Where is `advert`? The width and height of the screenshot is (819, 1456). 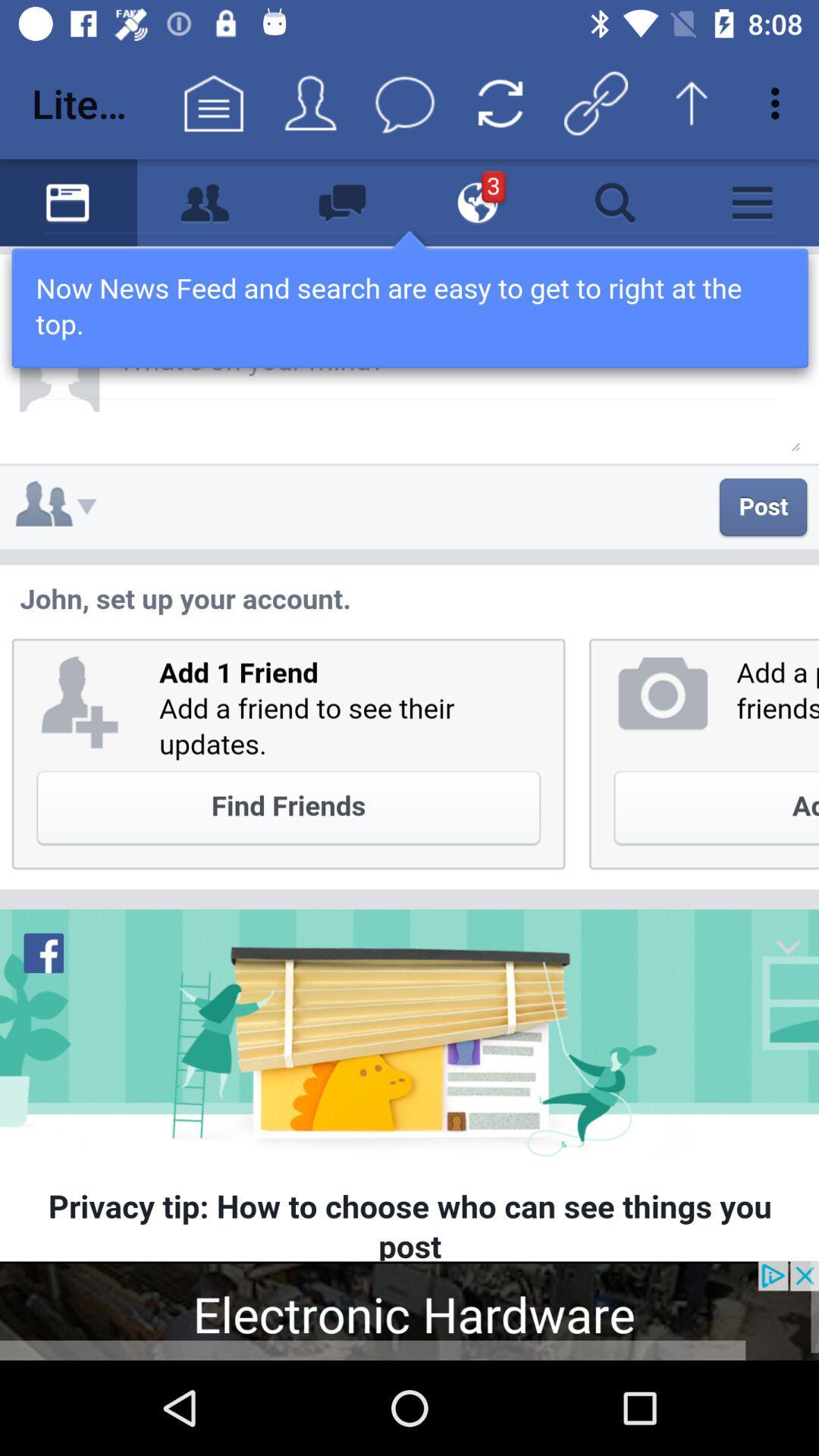
advert is located at coordinates (409, 1310).